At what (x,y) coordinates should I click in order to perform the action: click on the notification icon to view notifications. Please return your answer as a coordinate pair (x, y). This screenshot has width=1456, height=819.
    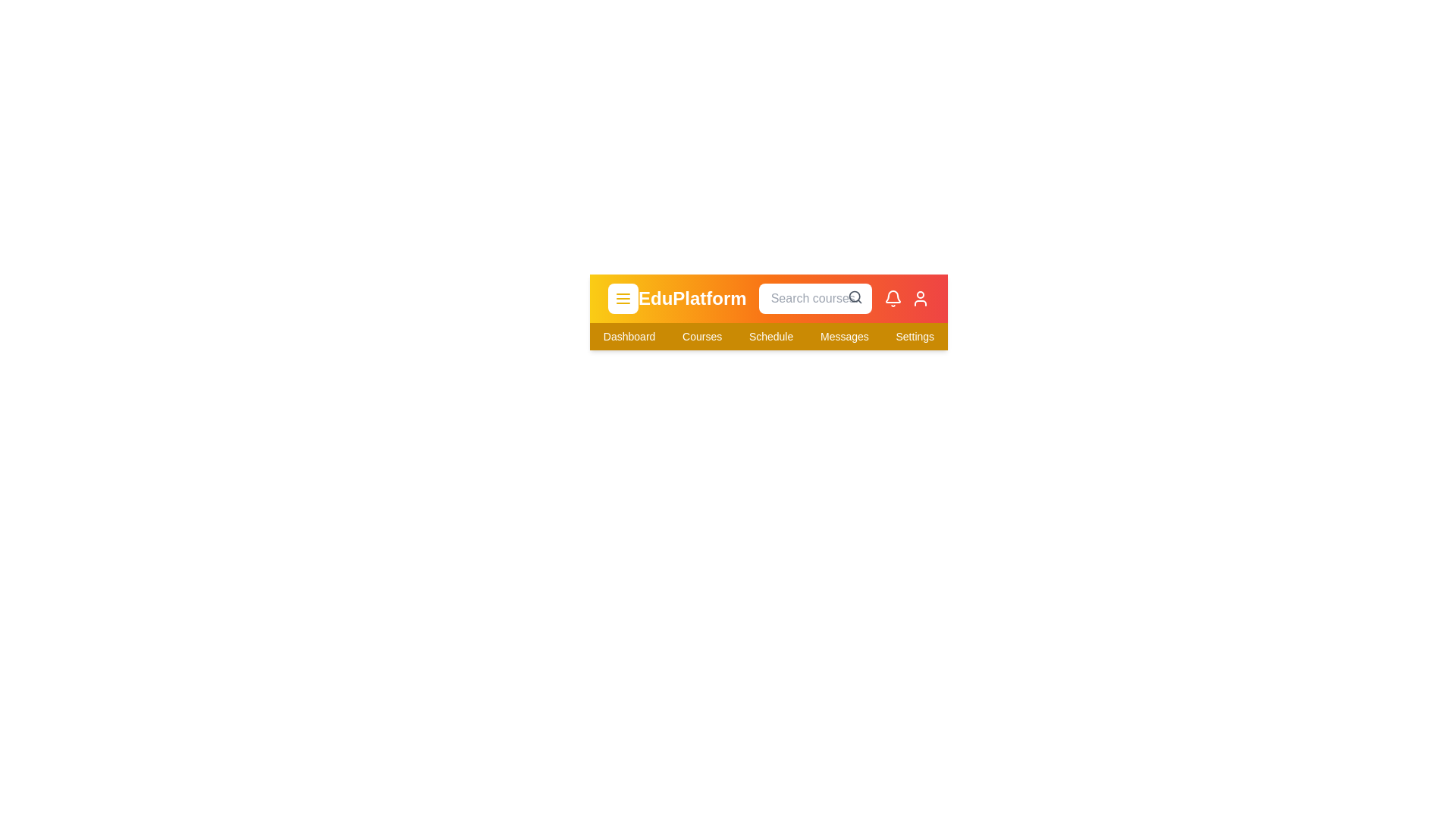
    Looking at the image, I should click on (893, 298).